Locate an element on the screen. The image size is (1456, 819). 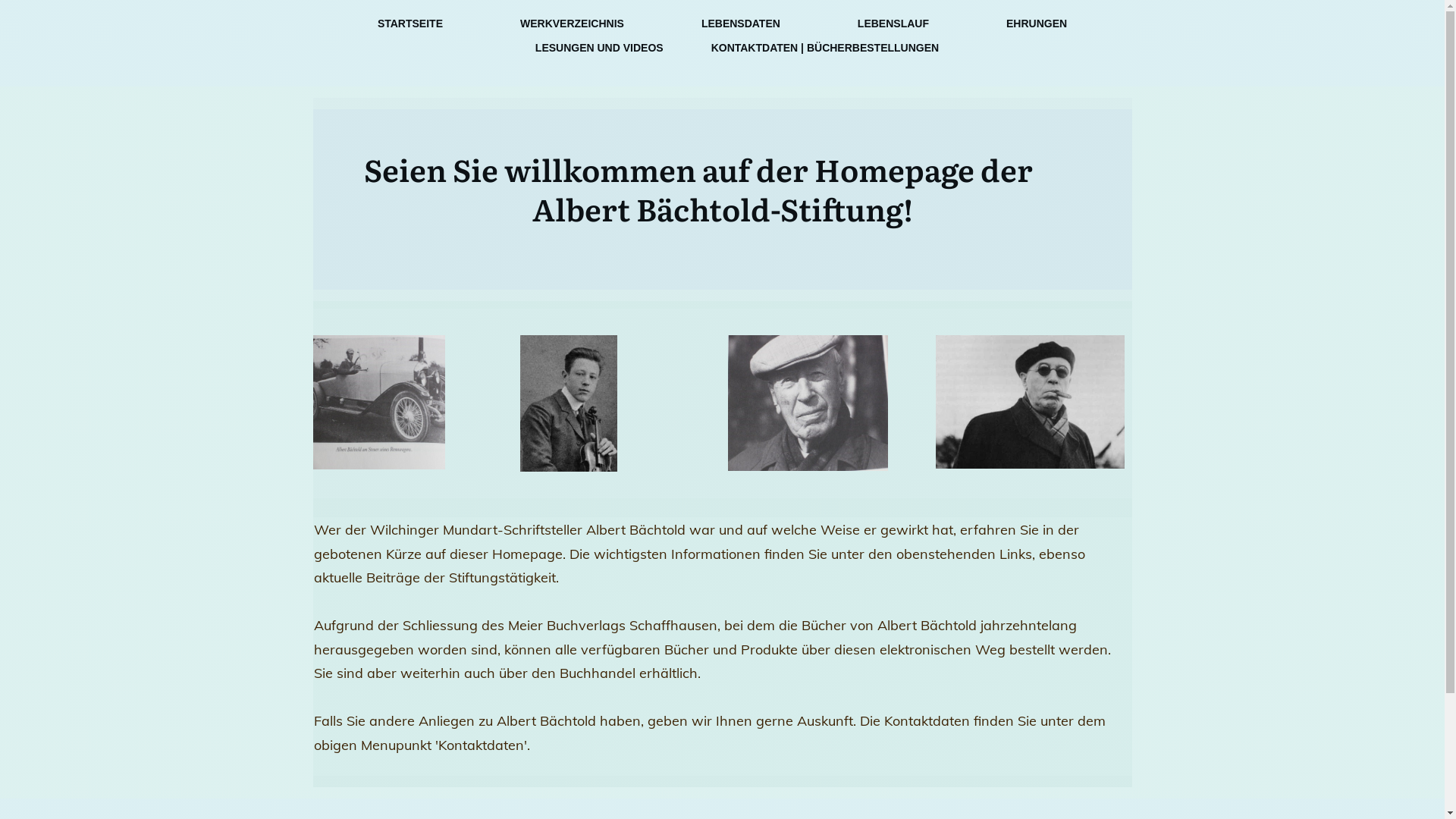
'WERKVERZEICHNIS' is located at coordinates (571, 23).